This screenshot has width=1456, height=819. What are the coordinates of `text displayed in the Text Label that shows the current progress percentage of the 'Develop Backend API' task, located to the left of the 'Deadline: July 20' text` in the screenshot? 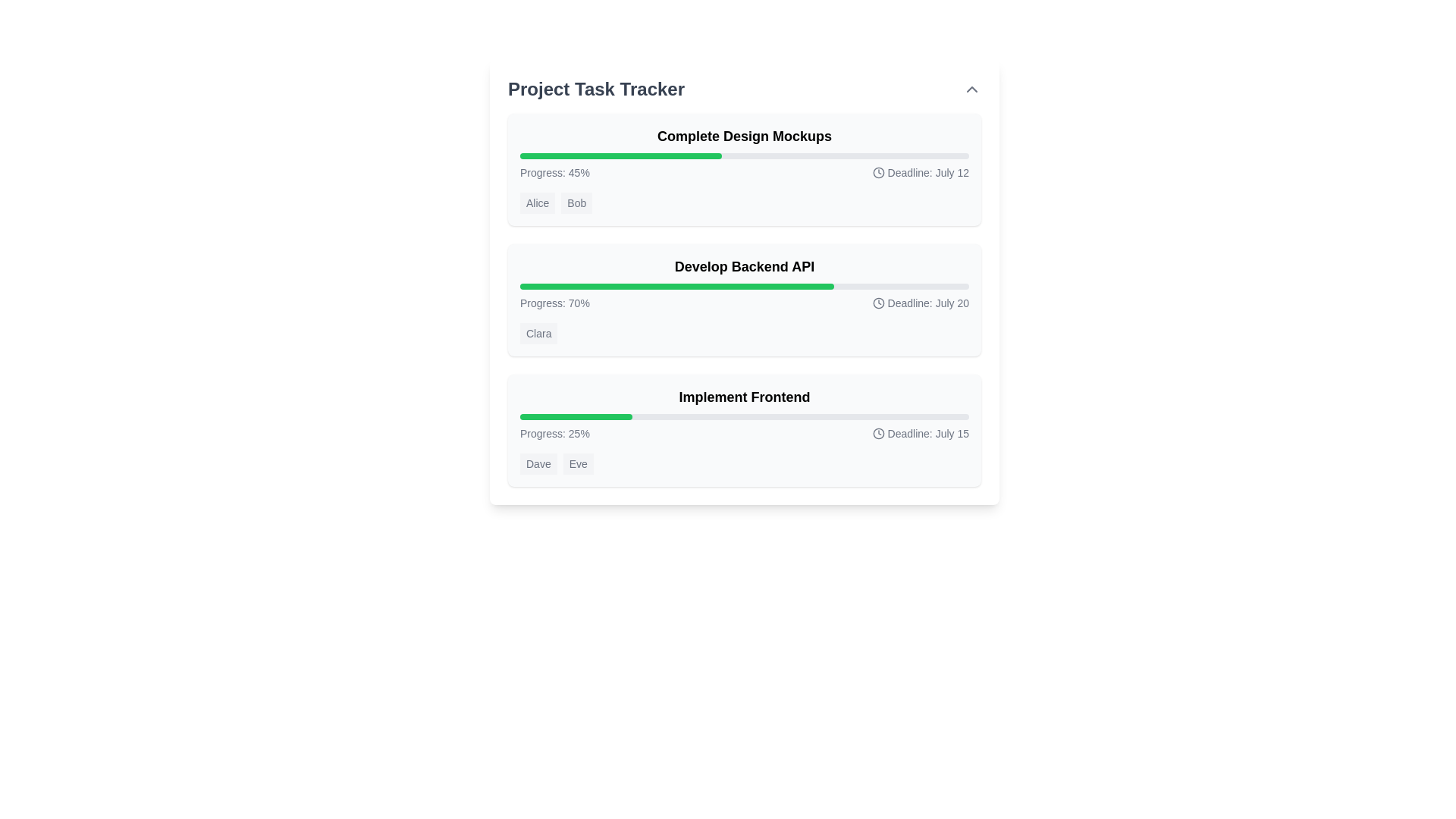 It's located at (554, 303).